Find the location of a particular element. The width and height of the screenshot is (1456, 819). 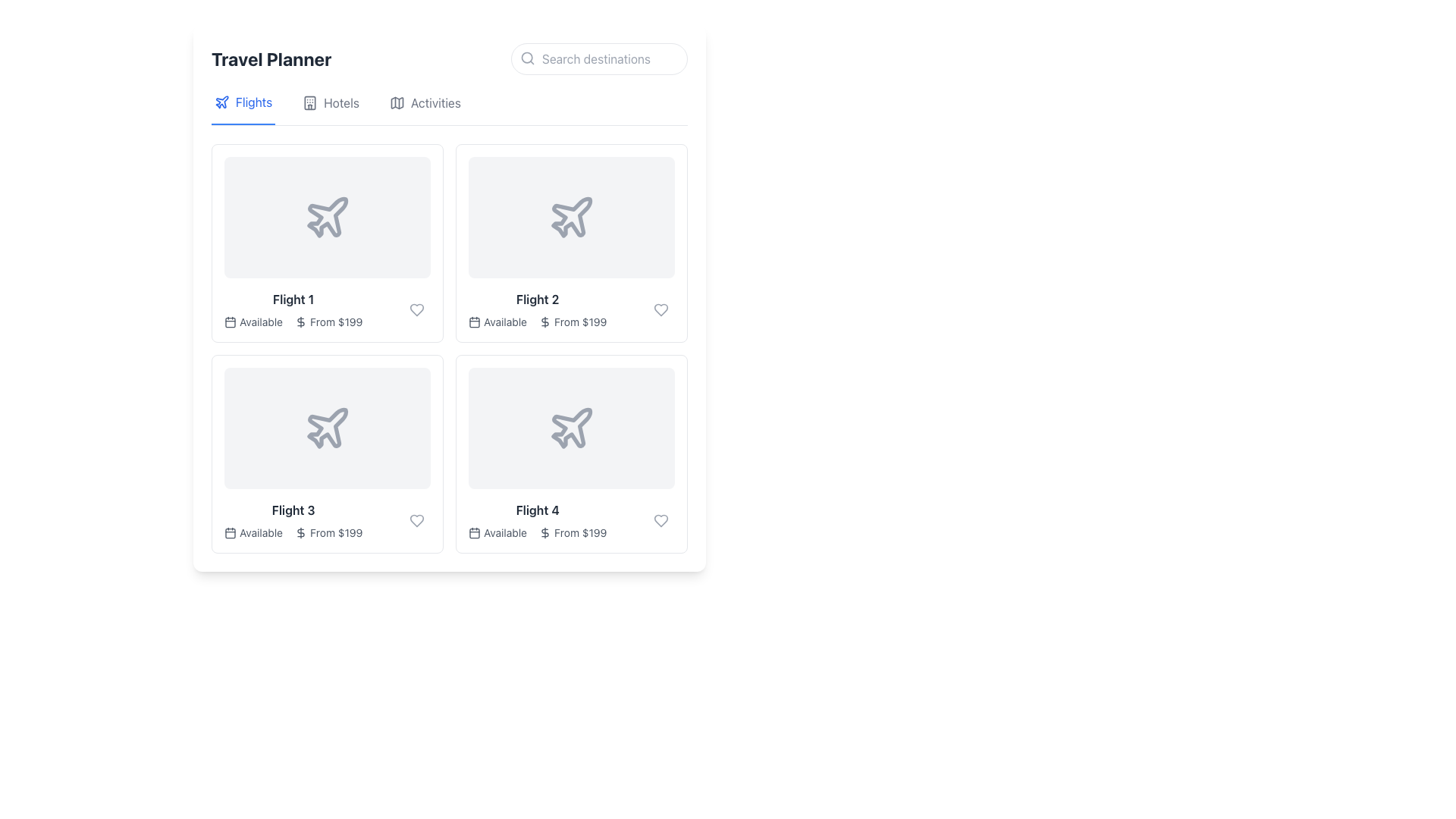

text label displaying 'Flight 3' which is styled in bold dark gray font, located in the lower-left section of a grid layout under the category 'Flights', positioned below an airplane icon image is located at coordinates (293, 510).